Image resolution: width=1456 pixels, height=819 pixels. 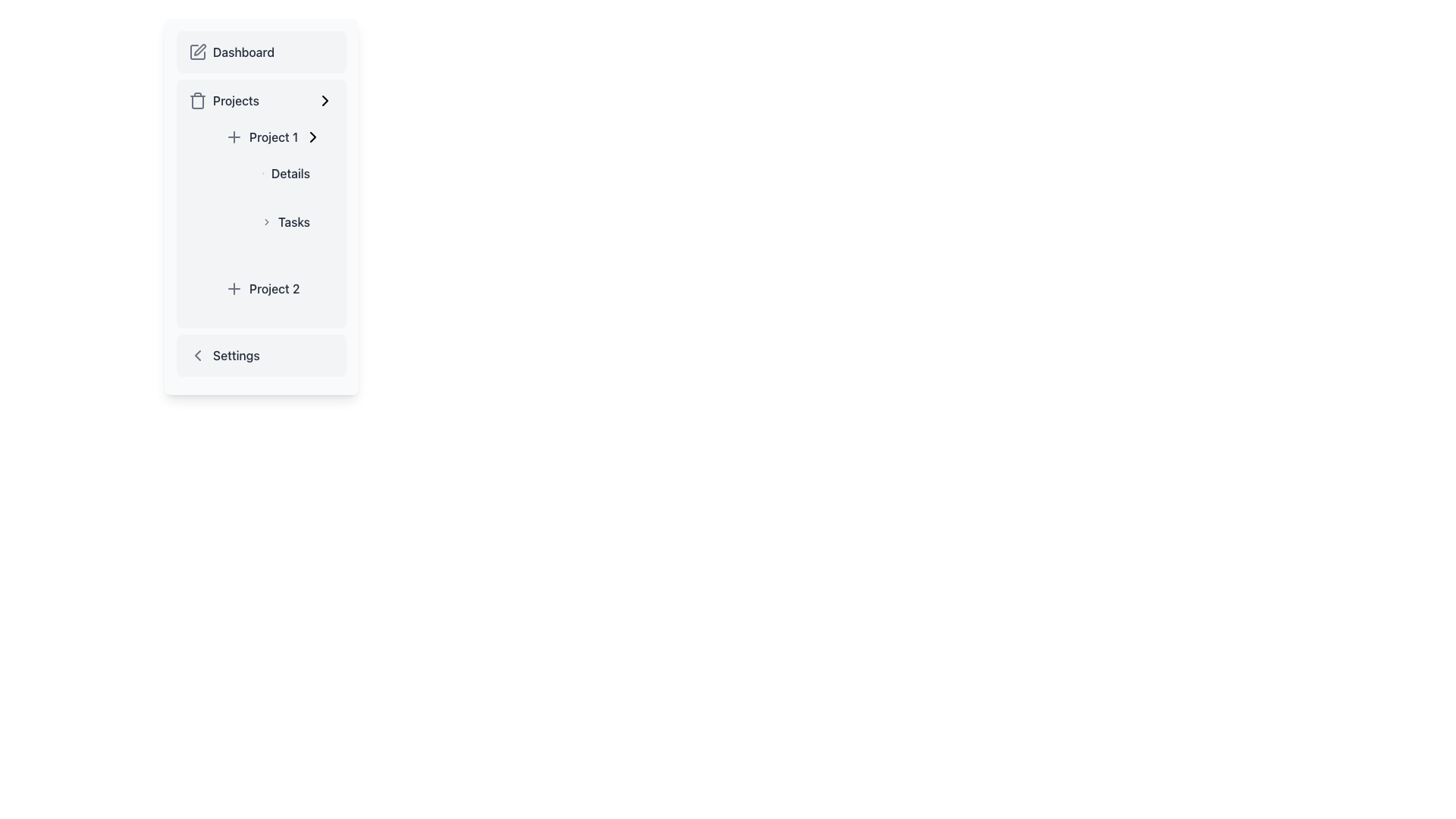 What do you see at coordinates (312, 137) in the screenshot?
I see `the chevron arrow icon next to 'Project 1'` at bounding box center [312, 137].